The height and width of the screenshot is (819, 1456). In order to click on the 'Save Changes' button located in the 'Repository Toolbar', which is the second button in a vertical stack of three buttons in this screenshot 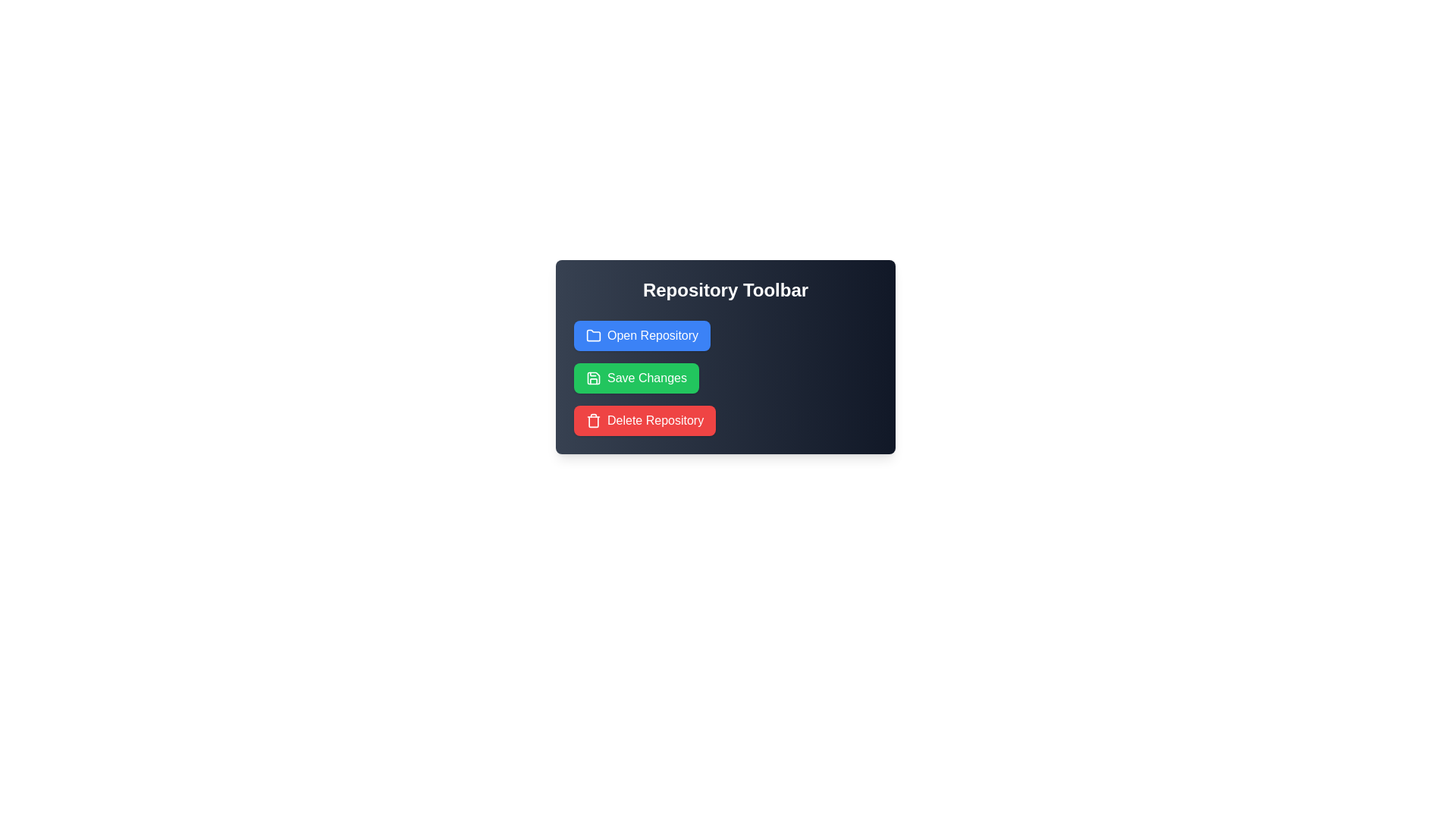, I will do `click(636, 377)`.